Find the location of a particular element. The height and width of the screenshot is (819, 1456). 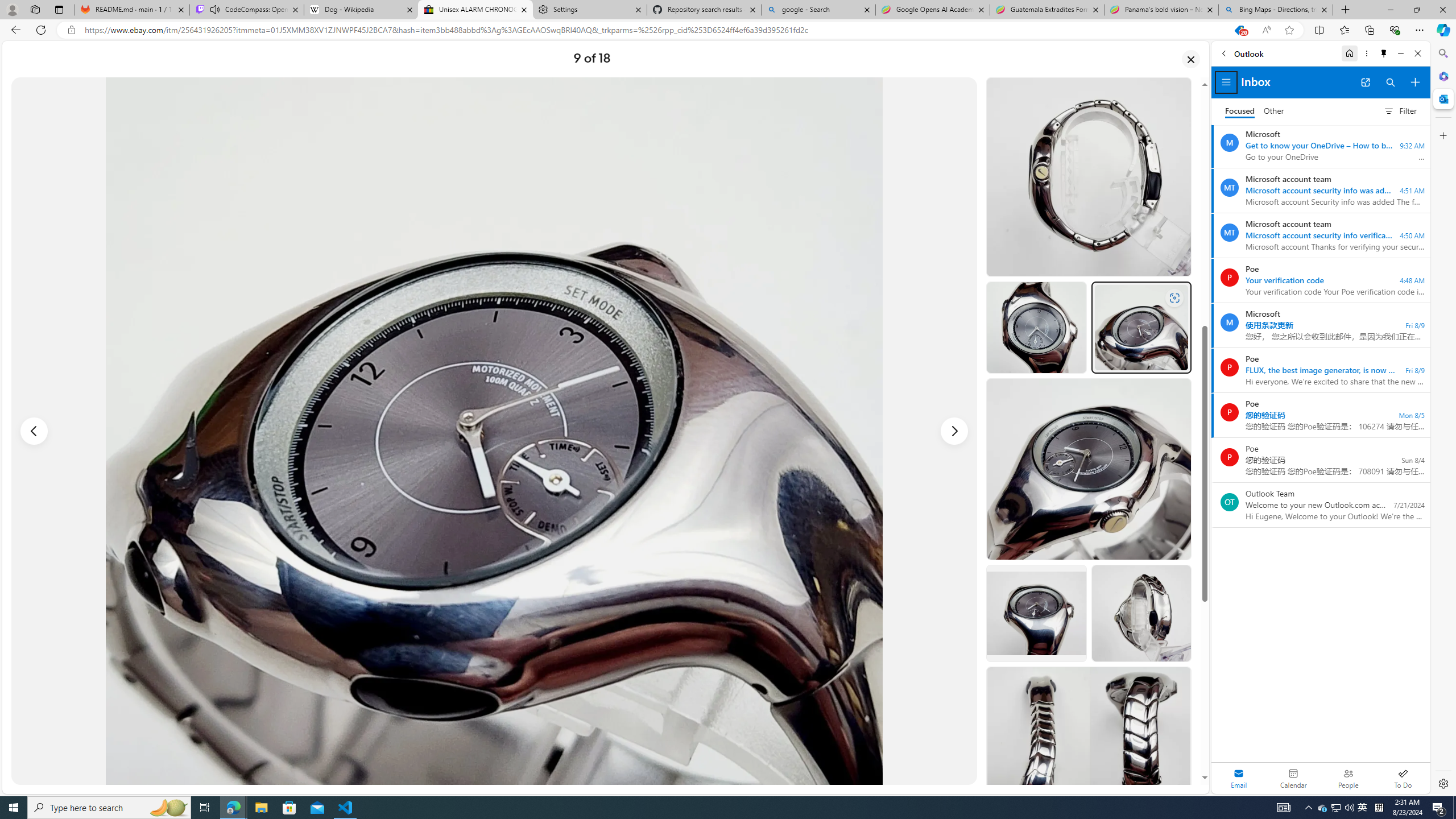

'Folder navigation' is located at coordinates (1226, 82).